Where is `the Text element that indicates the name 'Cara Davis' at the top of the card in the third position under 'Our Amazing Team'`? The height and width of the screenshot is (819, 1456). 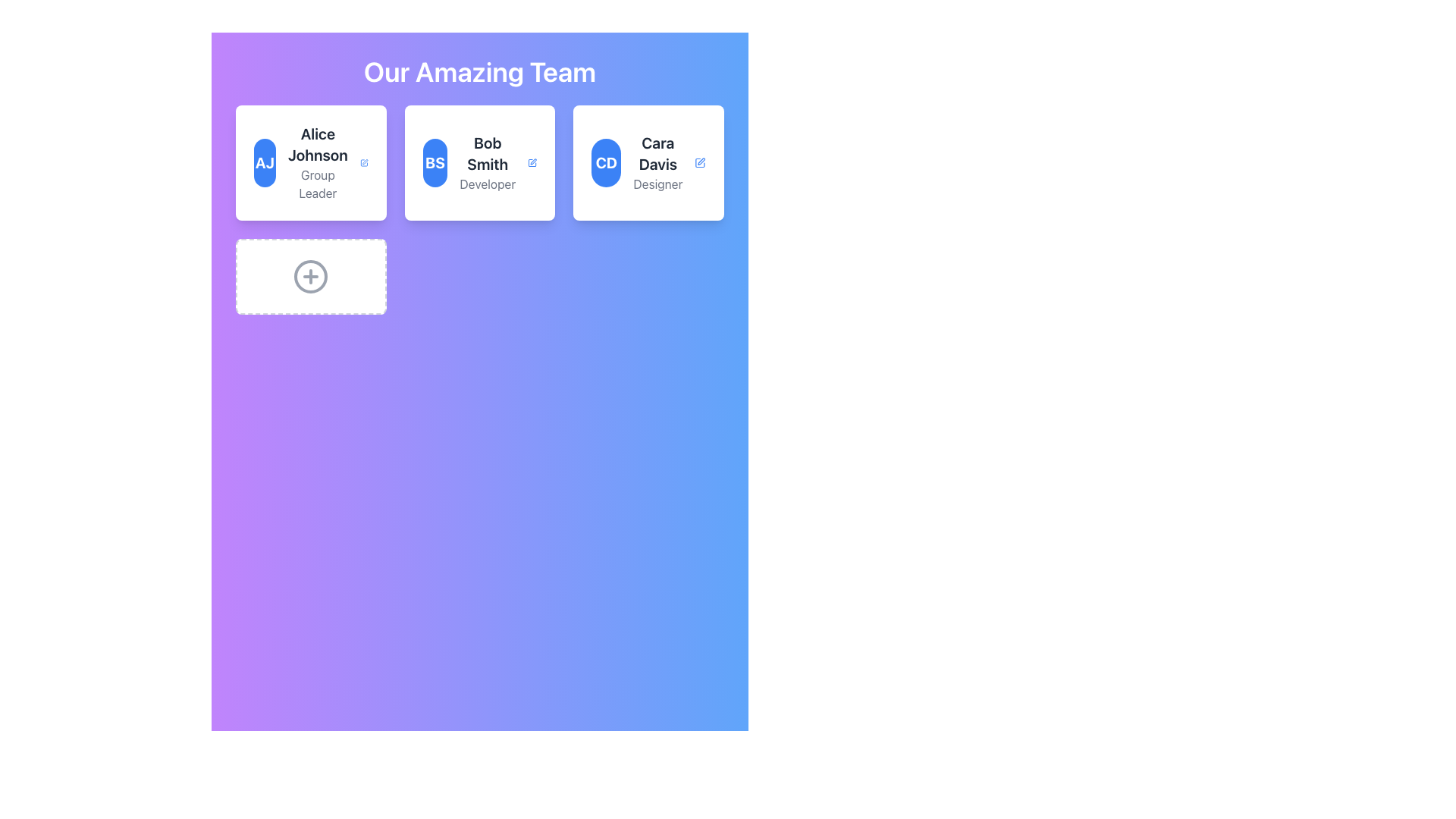
the Text element that indicates the name 'Cara Davis' at the top of the card in the third position under 'Our Amazing Team' is located at coordinates (657, 154).